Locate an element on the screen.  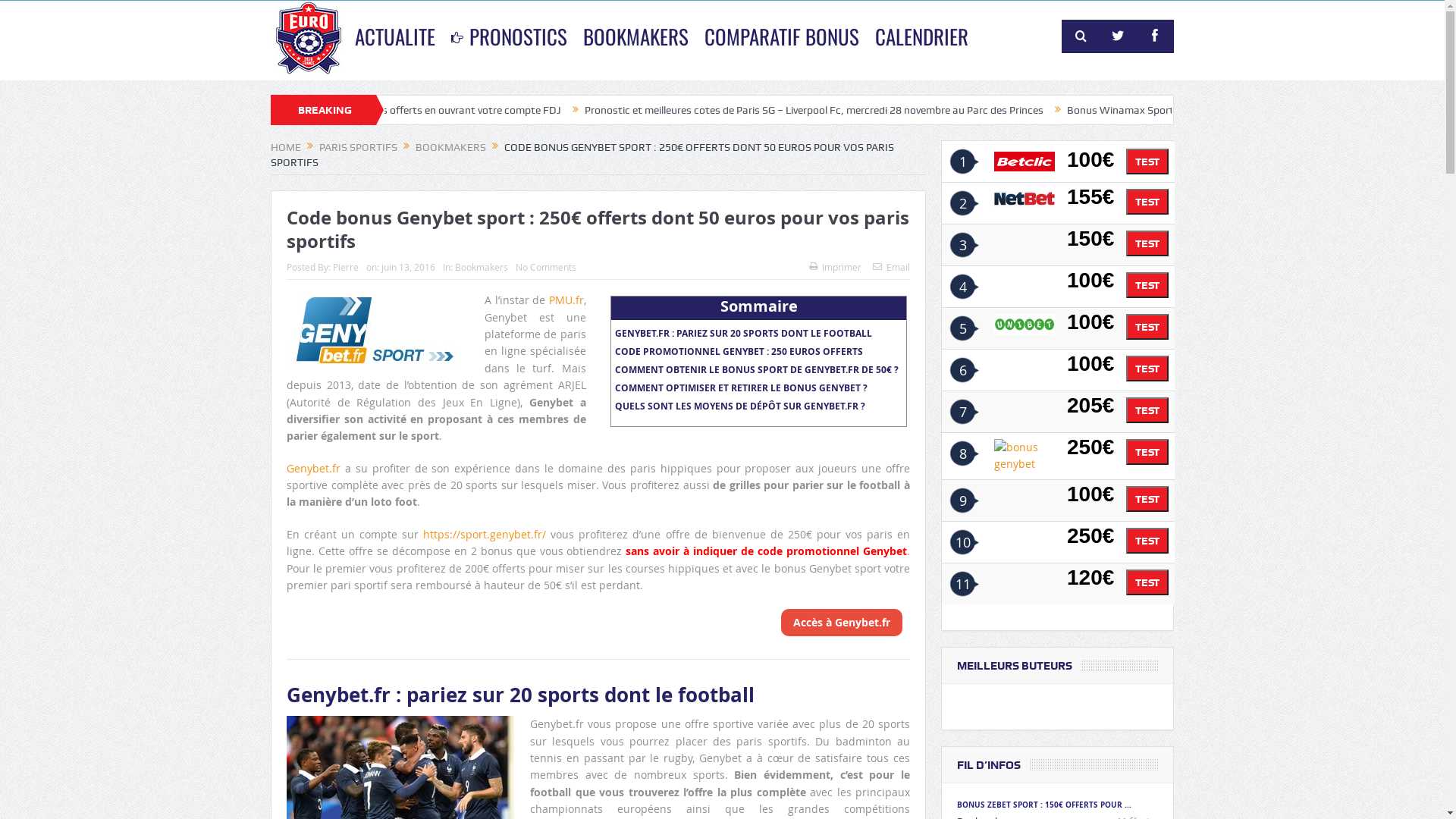
'Imprimer' is located at coordinates (834, 265).